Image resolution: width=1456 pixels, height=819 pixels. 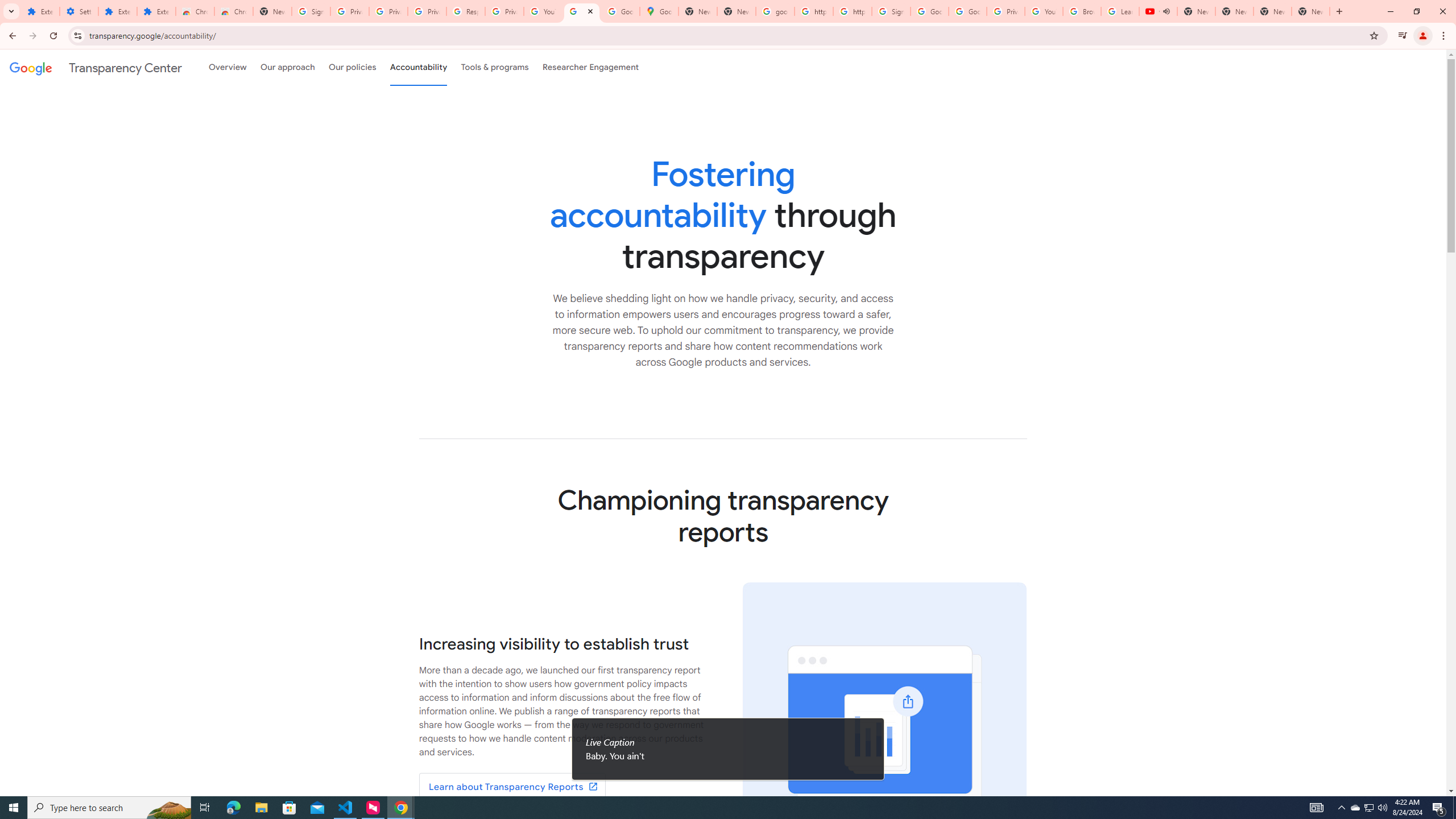 What do you see at coordinates (233, 11) in the screenshot?
I see `'Chrome Web Store - Themes'` at bounding box center [233, 11].